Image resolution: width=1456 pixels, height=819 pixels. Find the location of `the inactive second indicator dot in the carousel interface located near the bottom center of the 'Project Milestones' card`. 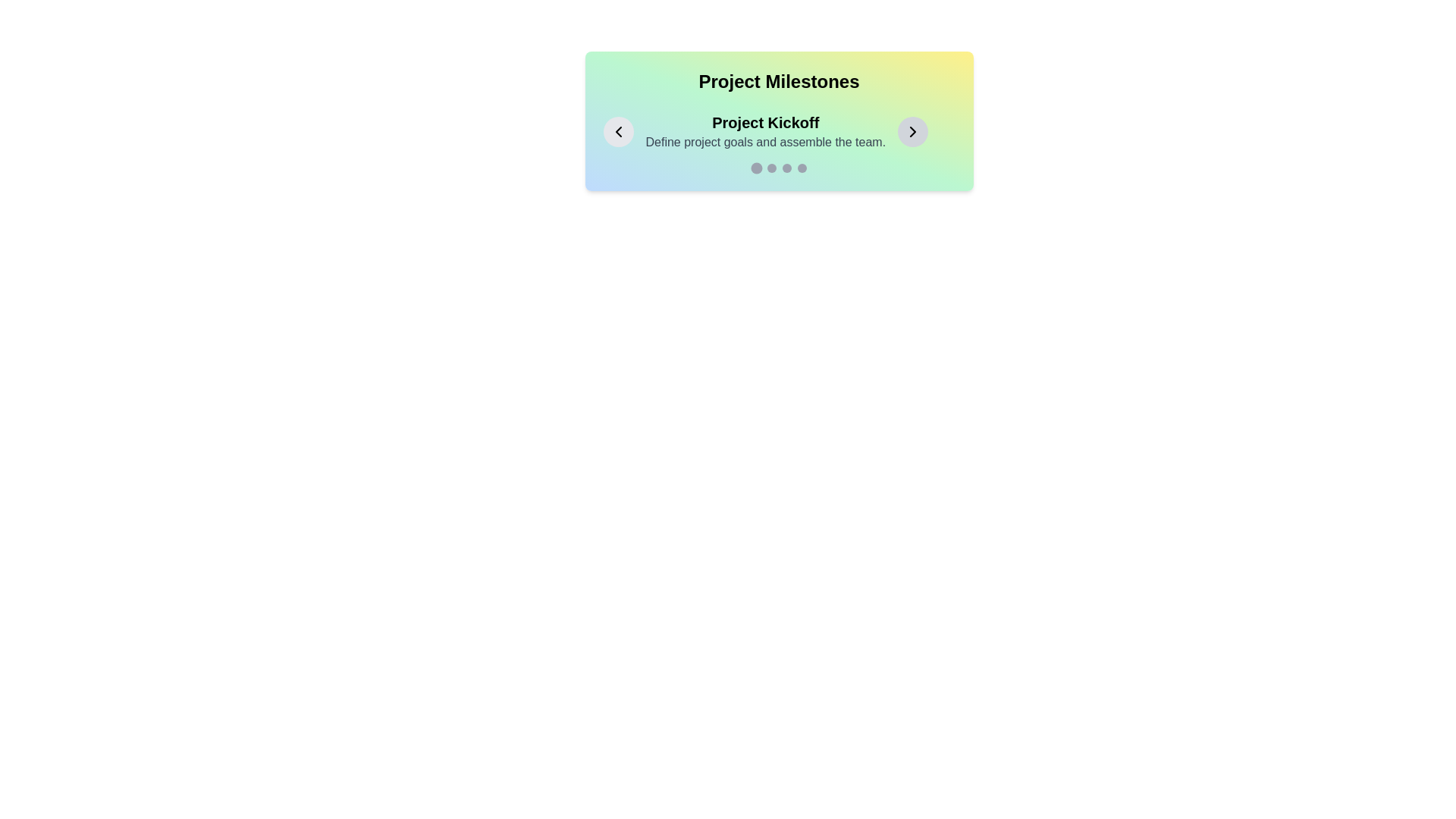

the inactive second indicator dot in the carousel interface located near the bottom center of the 'Project Milestones' card is located at coordinates (771, 168).